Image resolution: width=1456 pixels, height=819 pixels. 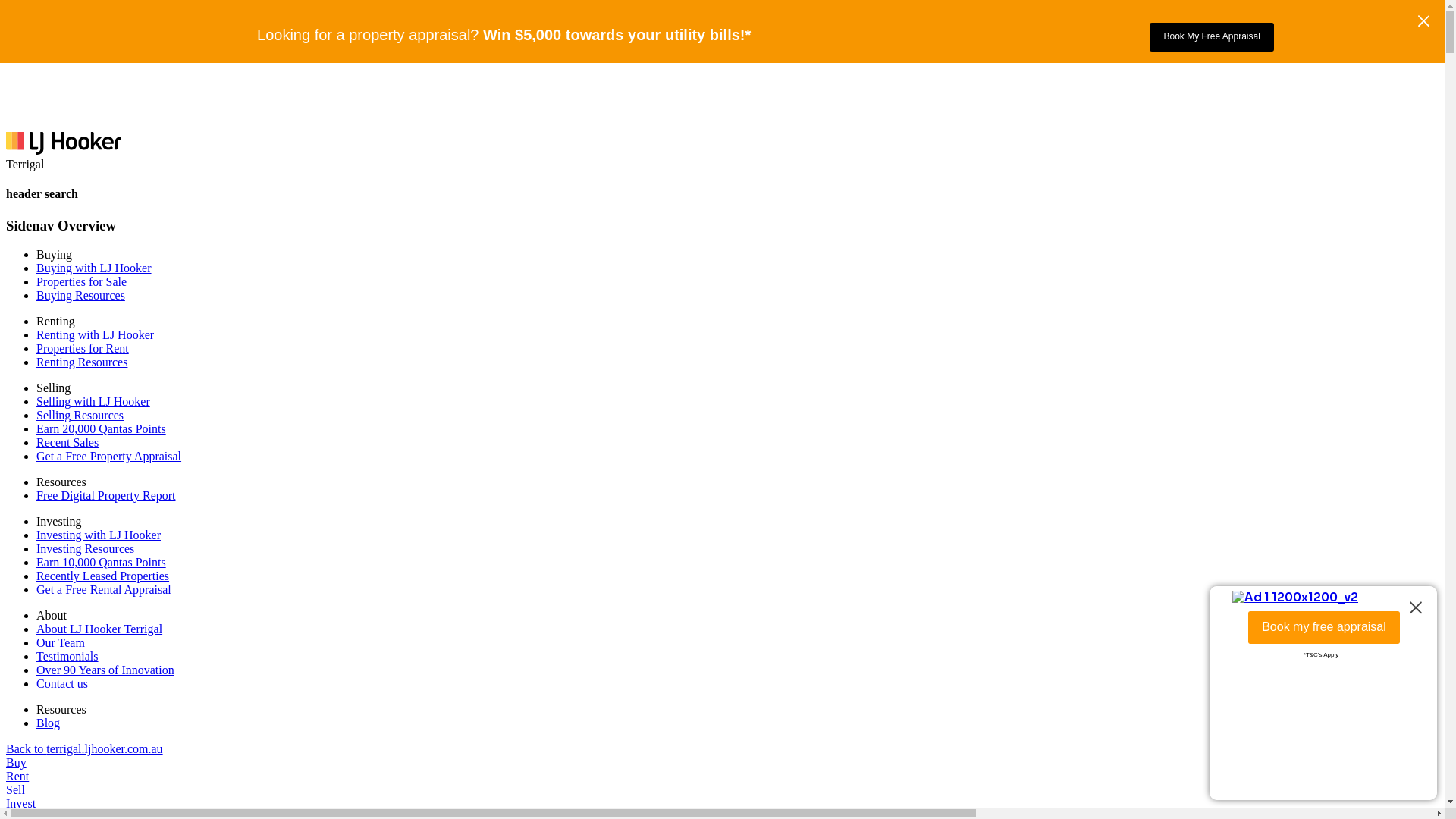 What do you see at coordinates (6, 776) in the screenshot?
I see `'Rent'` at bounding box center [6, 776].